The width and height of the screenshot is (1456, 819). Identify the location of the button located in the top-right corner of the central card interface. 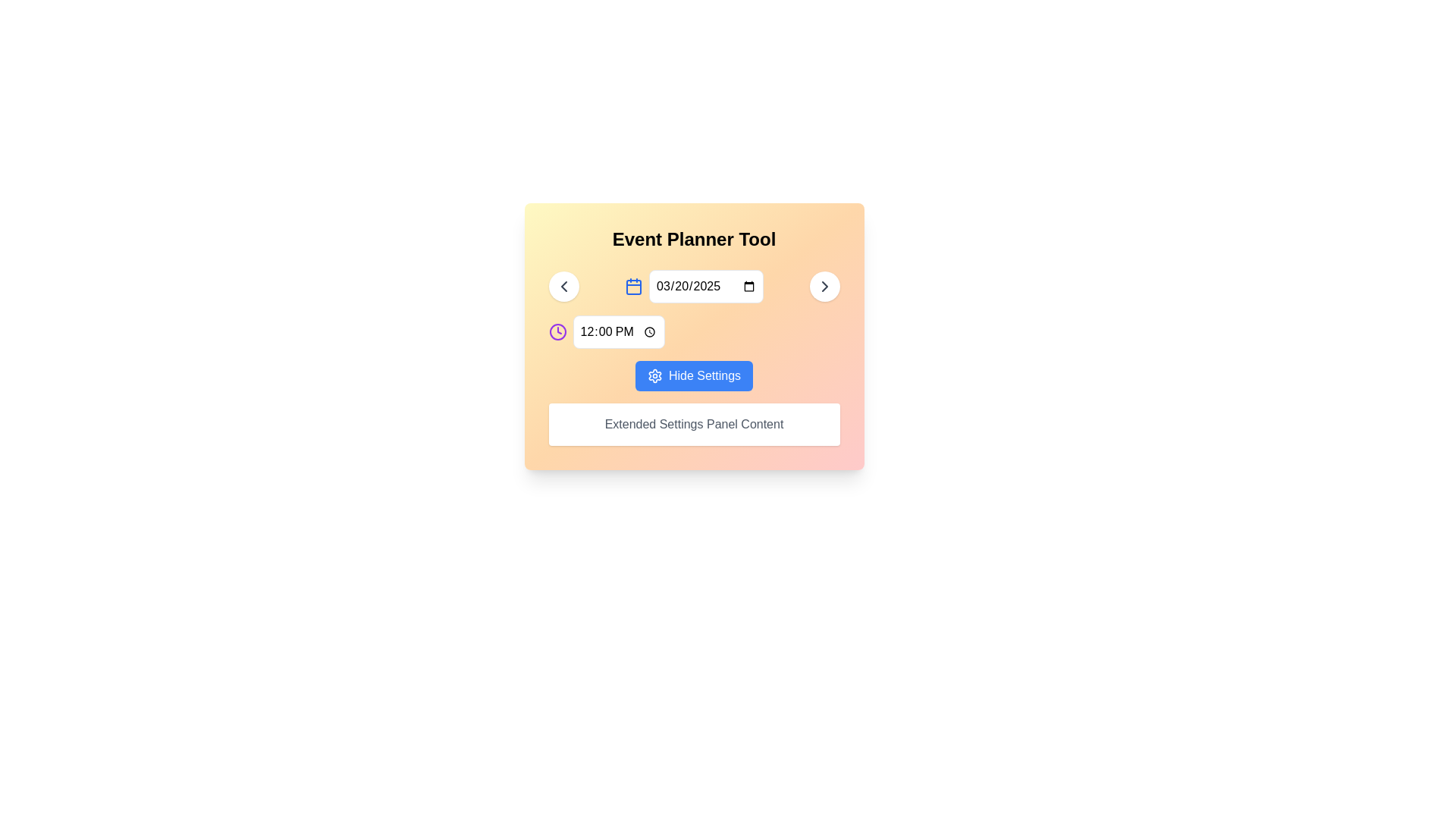
(824, 287).